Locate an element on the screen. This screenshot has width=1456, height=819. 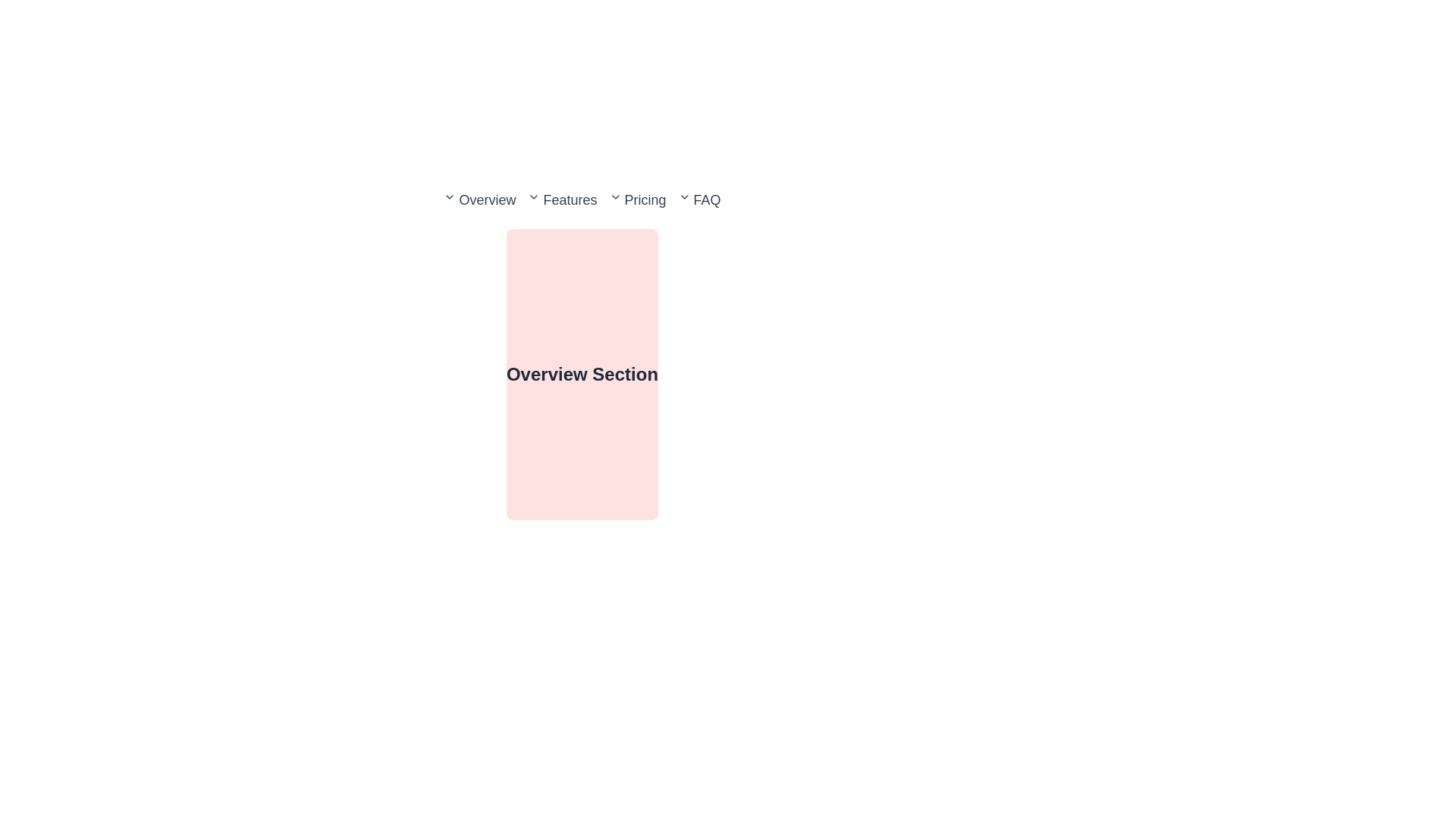
the Dropdown indicator icon located to the left of the 'Pricing' label is located at coordinates (615, 196).